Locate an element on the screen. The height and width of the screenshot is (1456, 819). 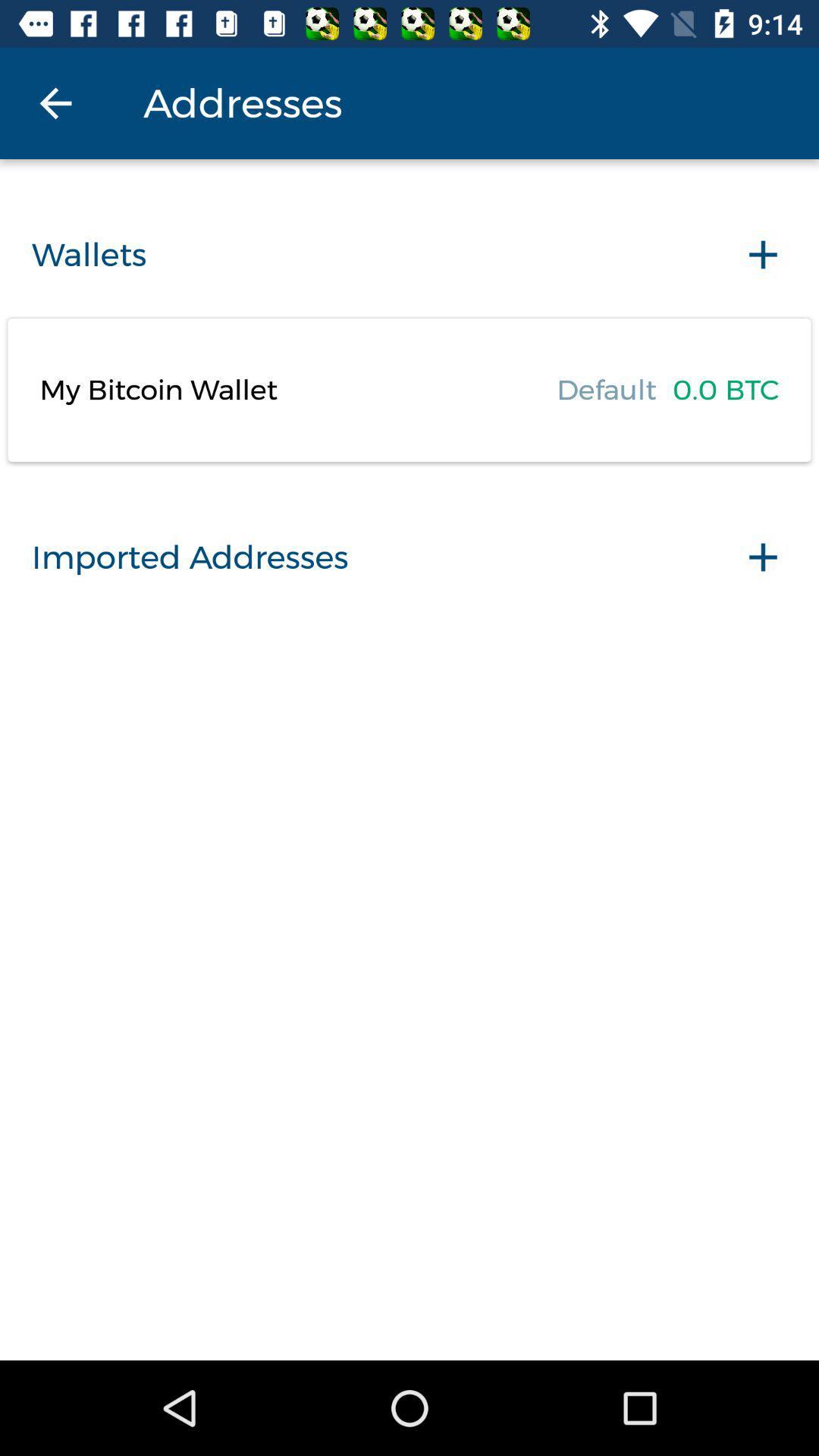
the icon next to addresses icon is located at coordinates (55, 102).